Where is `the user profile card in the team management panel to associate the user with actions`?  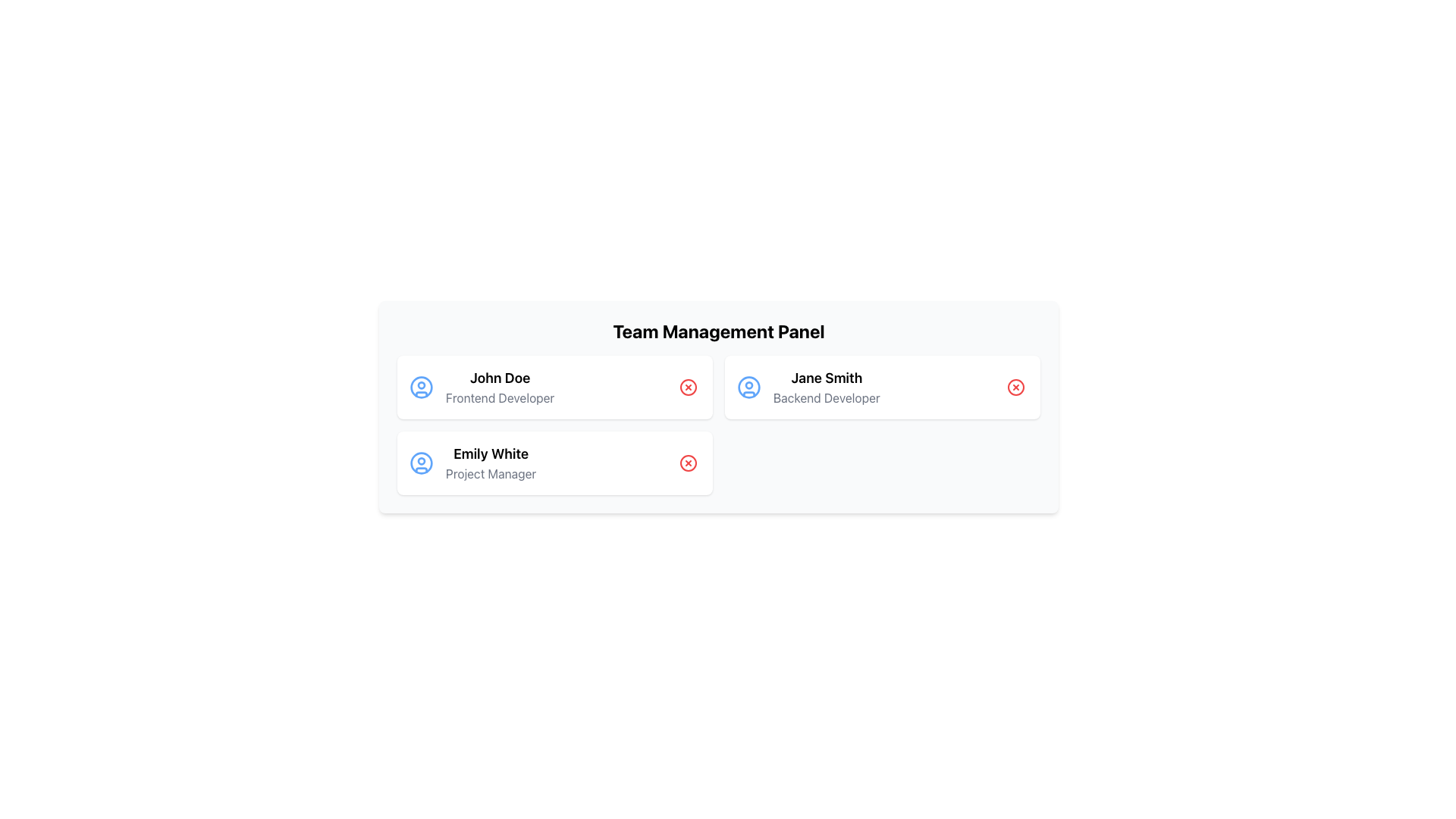
the user profile card in the team management panel to associate the user with actions is located at coordinates (554, 386).